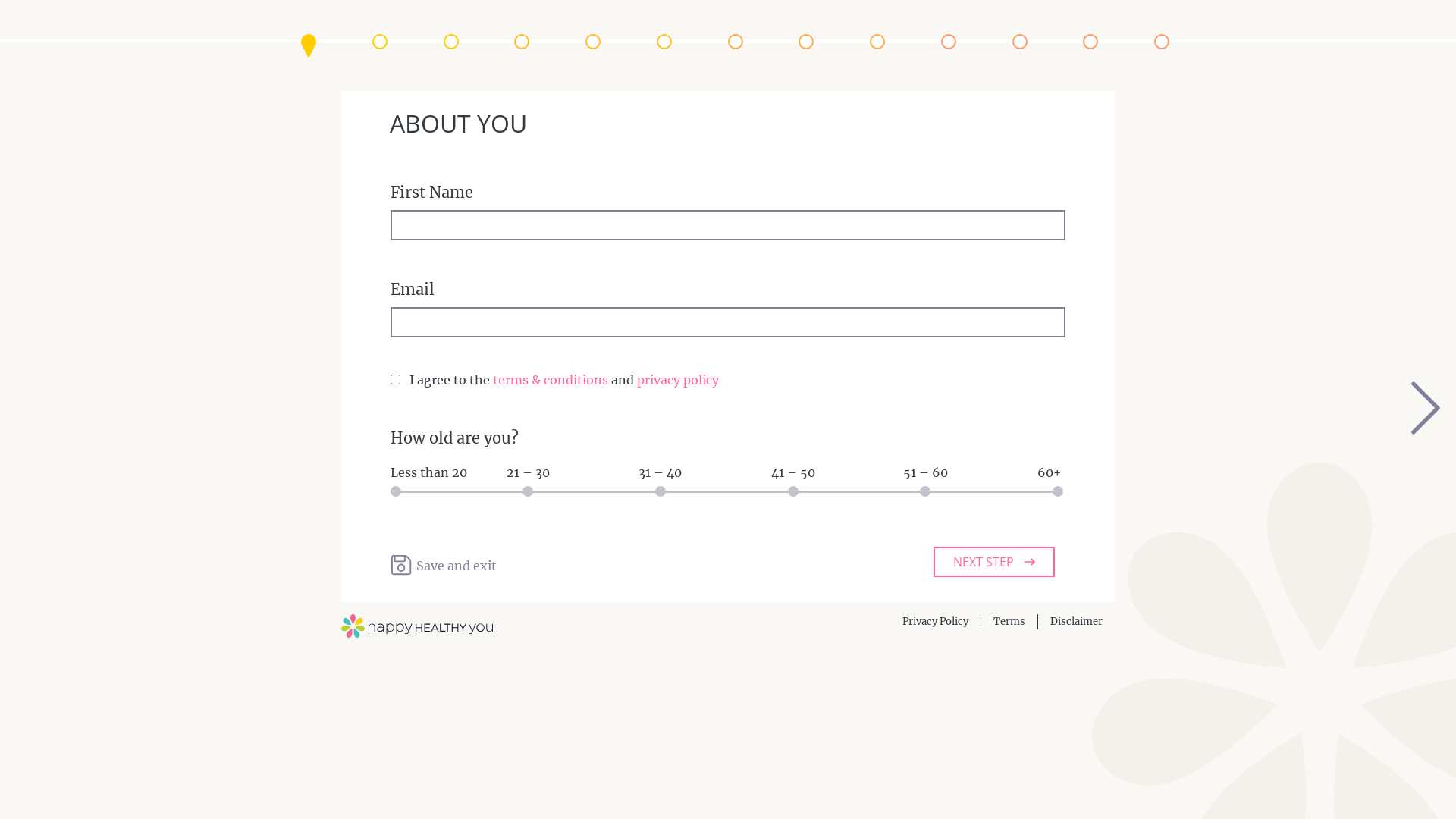  What do you see at coordinates (549, 379) in the screenshot?
I see `'terms & conditions'` at bounding box center [549, 379].